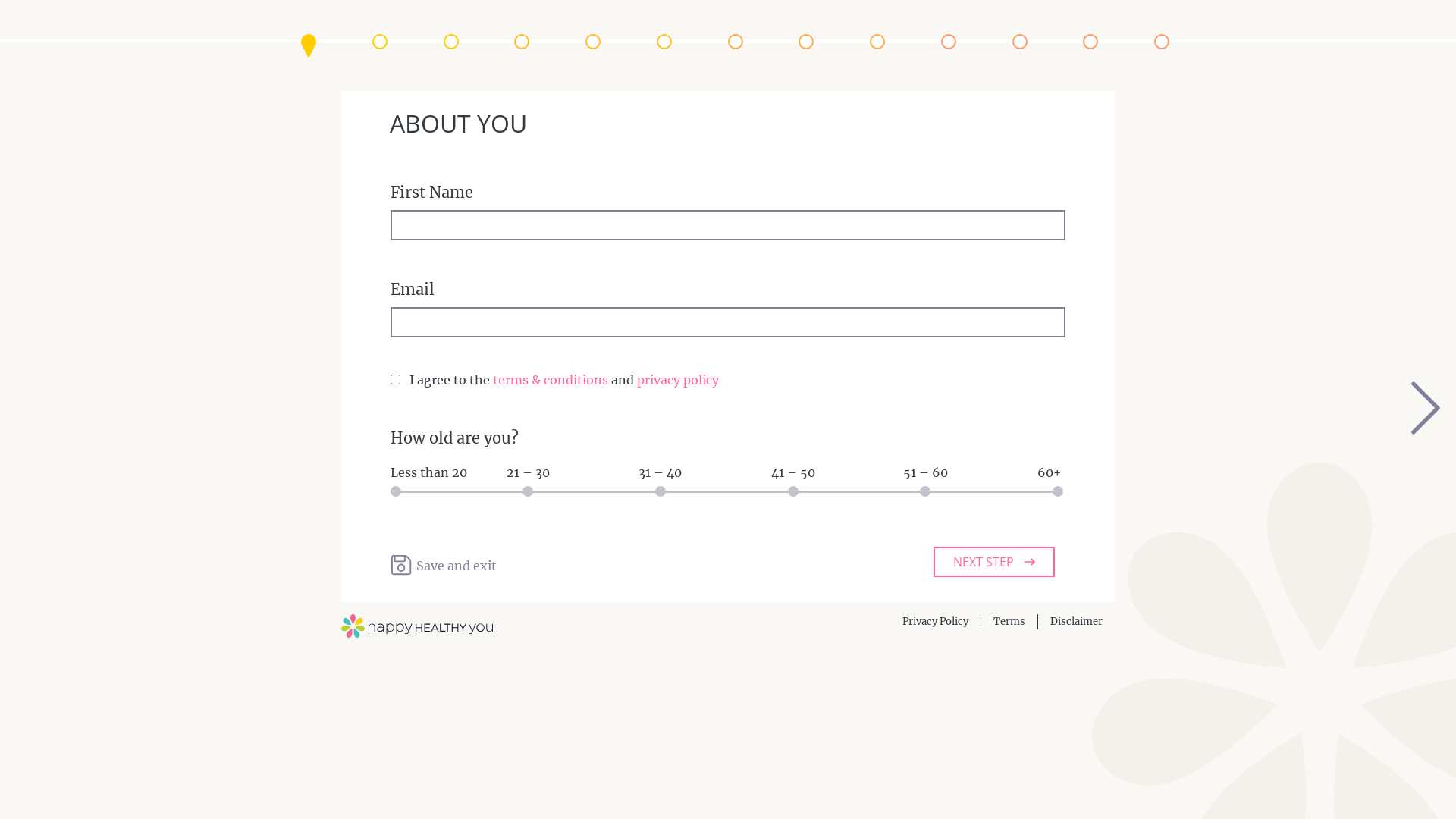  What do you see at coordinates (549, 379) in the screenshot?
I see `'terms & conditions'` at bounding box center [549, 379].